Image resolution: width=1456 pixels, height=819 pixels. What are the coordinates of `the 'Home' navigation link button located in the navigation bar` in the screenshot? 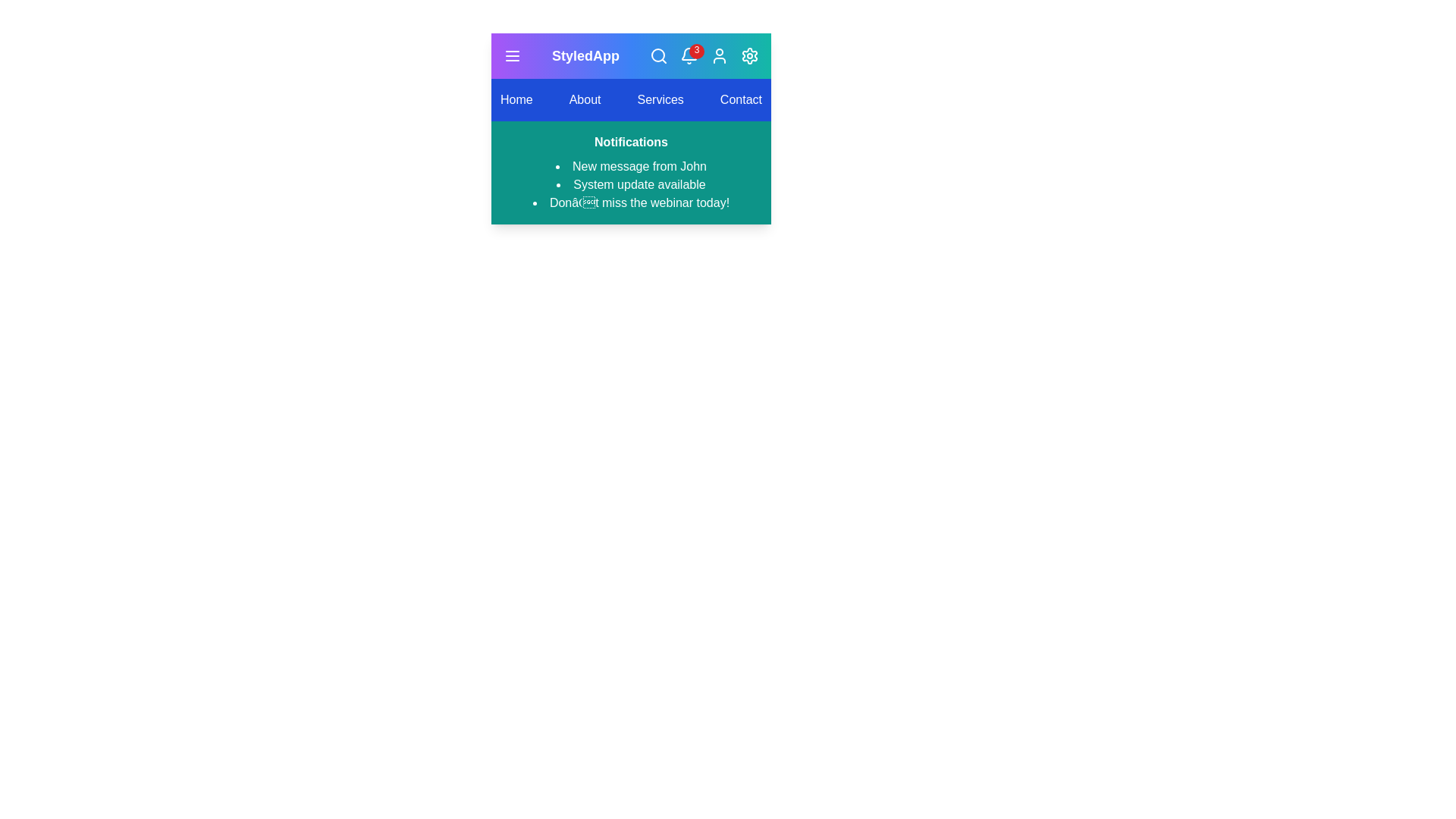 It's located at (516, 99).